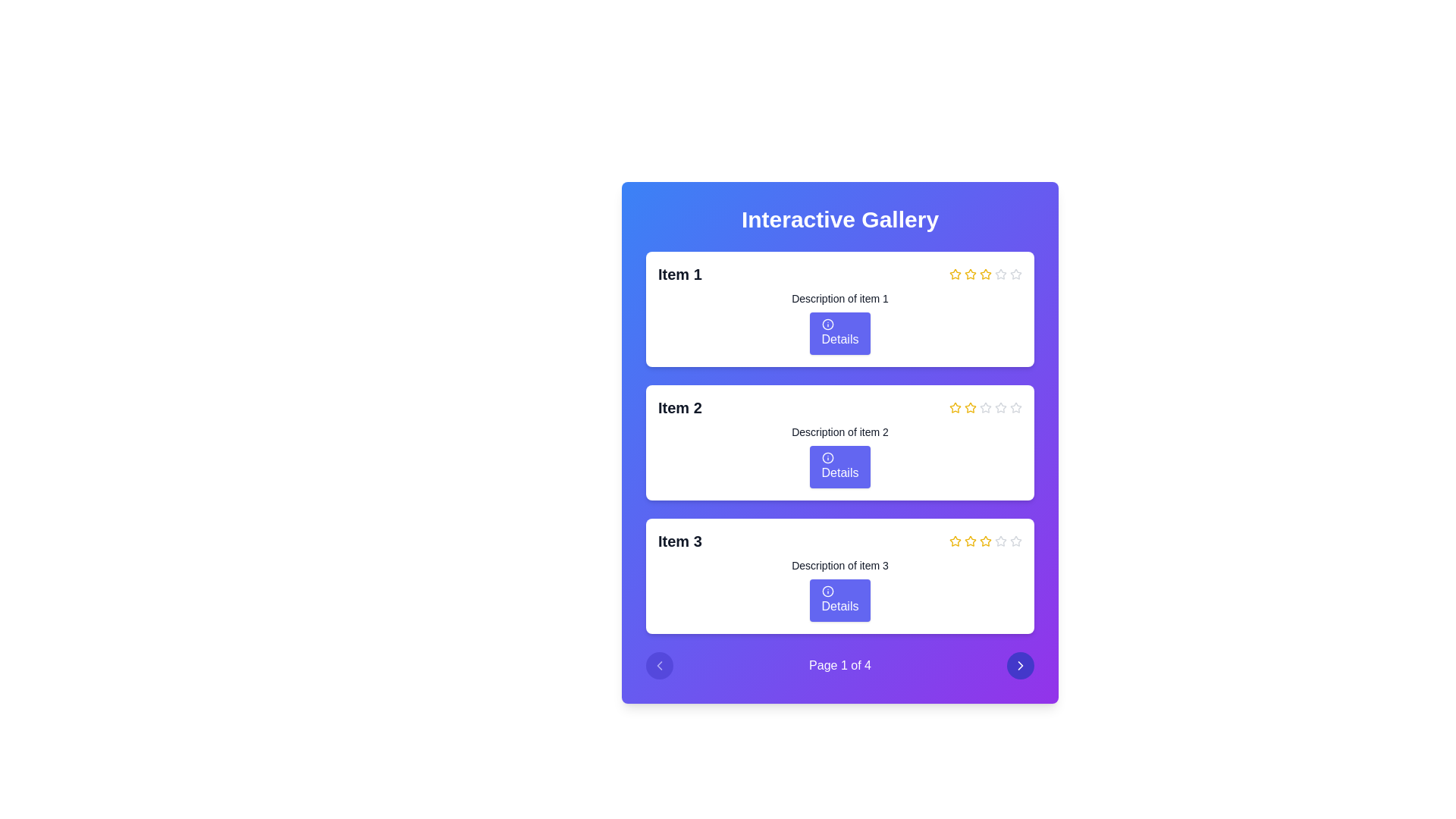 This screenshot has width=1456, height=819. Describe the element at coordinates (1000, 540) in the screenshot. I see `the third star icon from the left in the rating section of 'Item 3' to rate it` at that location.